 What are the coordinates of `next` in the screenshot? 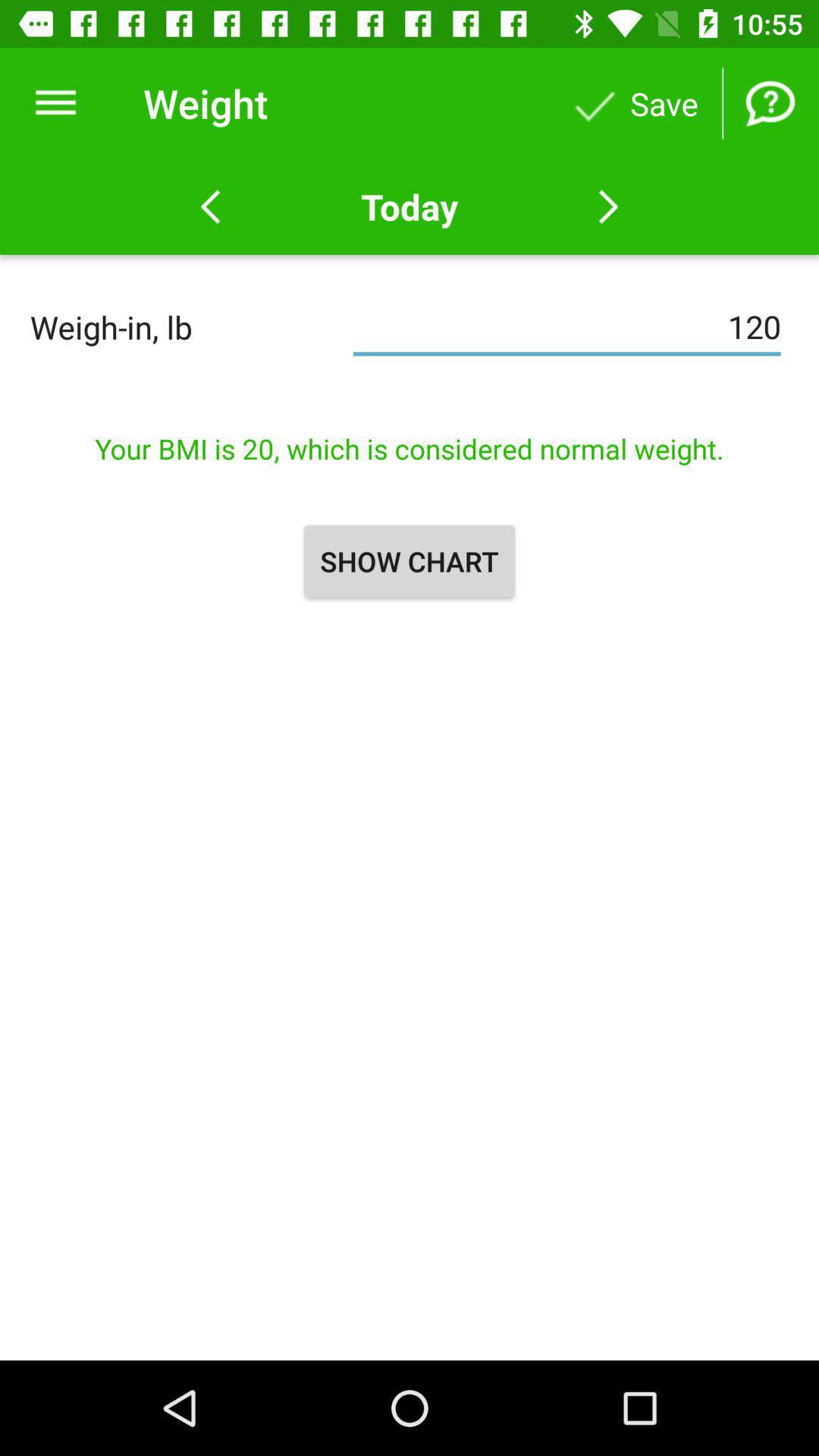 It's located at (607, 206).